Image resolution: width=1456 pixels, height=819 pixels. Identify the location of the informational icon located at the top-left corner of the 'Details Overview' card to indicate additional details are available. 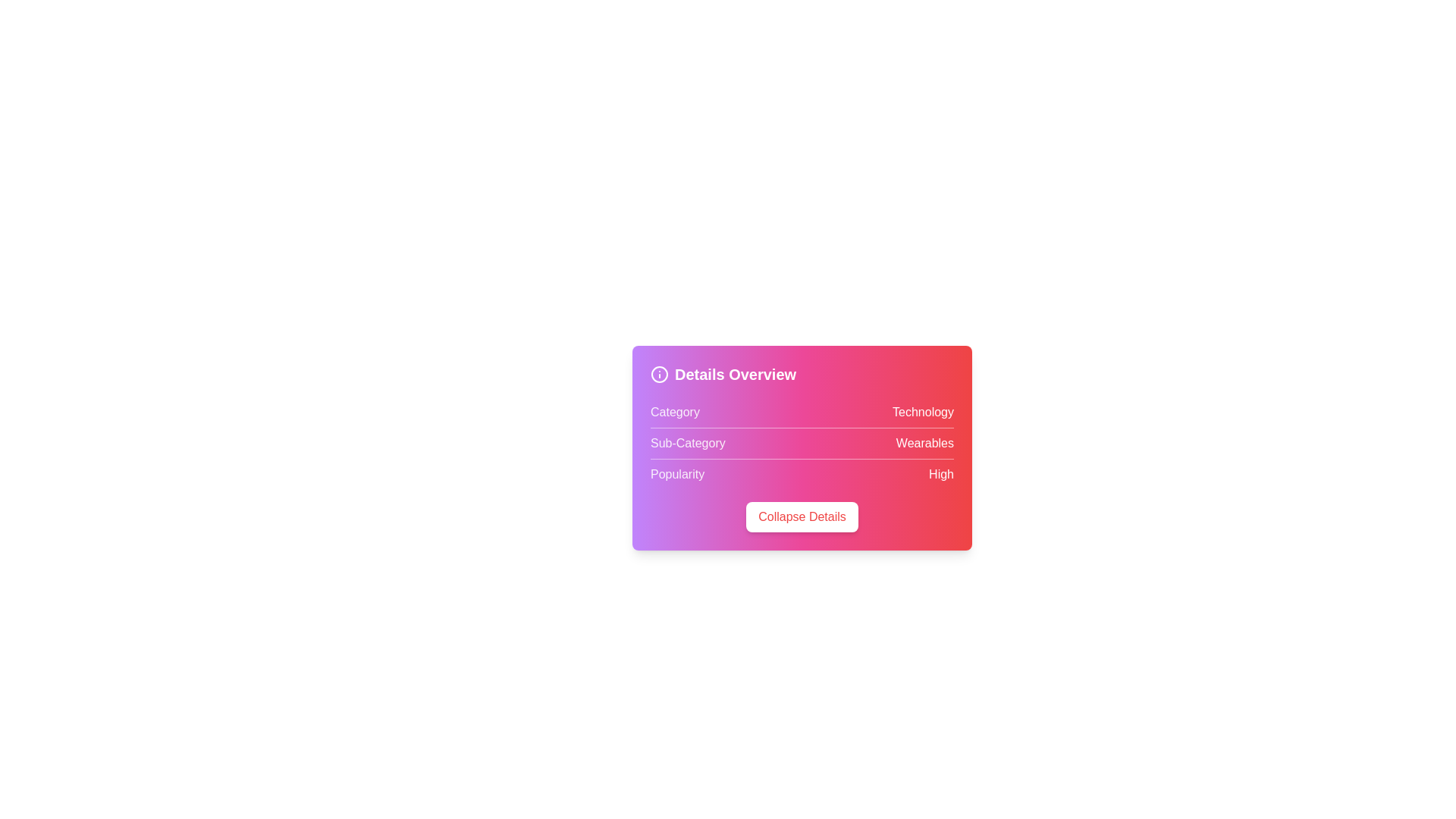
(659, 374).